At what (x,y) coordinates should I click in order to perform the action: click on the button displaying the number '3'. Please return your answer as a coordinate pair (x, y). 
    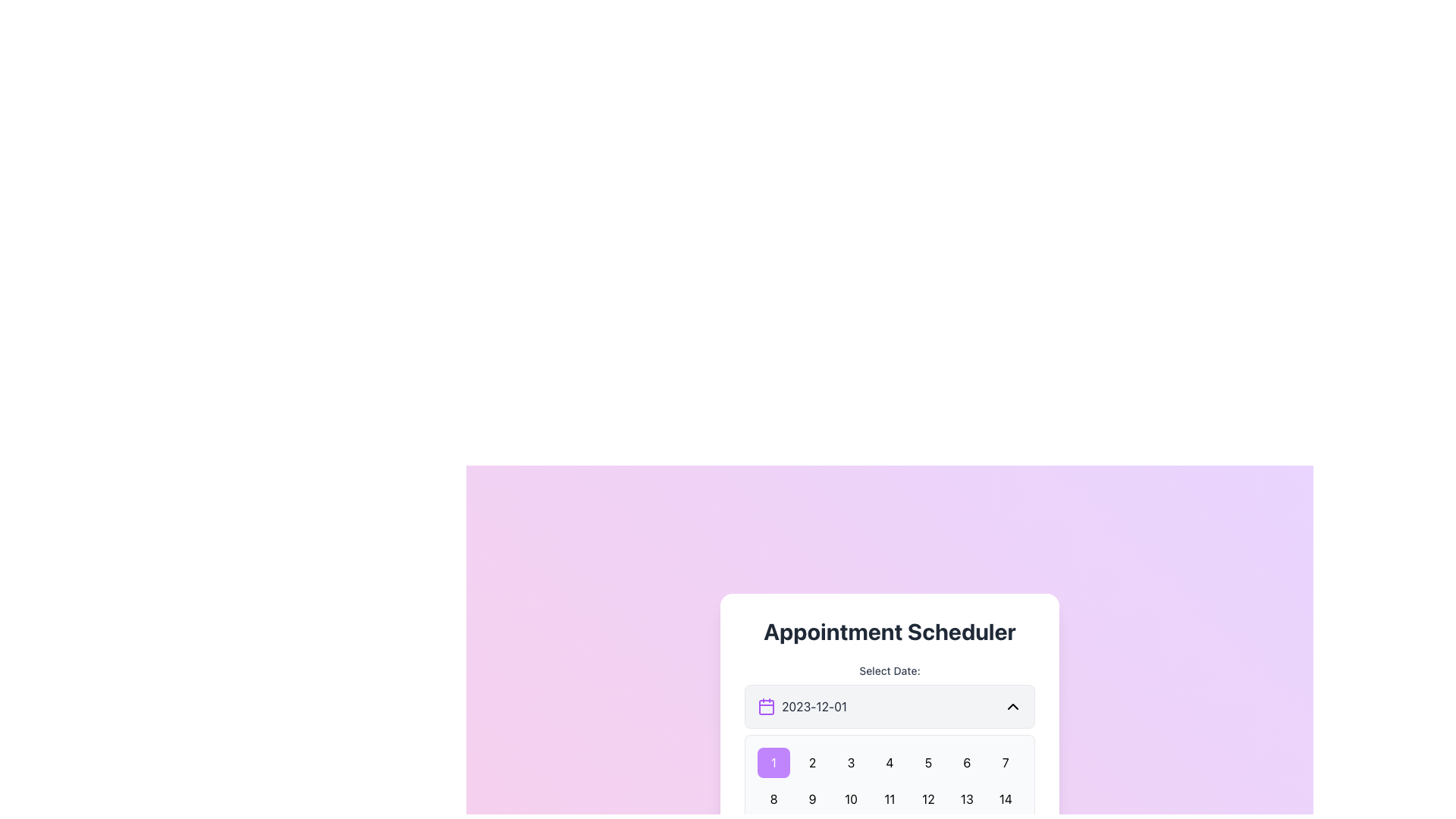
    Looking at the image, I should click on (851, 763).